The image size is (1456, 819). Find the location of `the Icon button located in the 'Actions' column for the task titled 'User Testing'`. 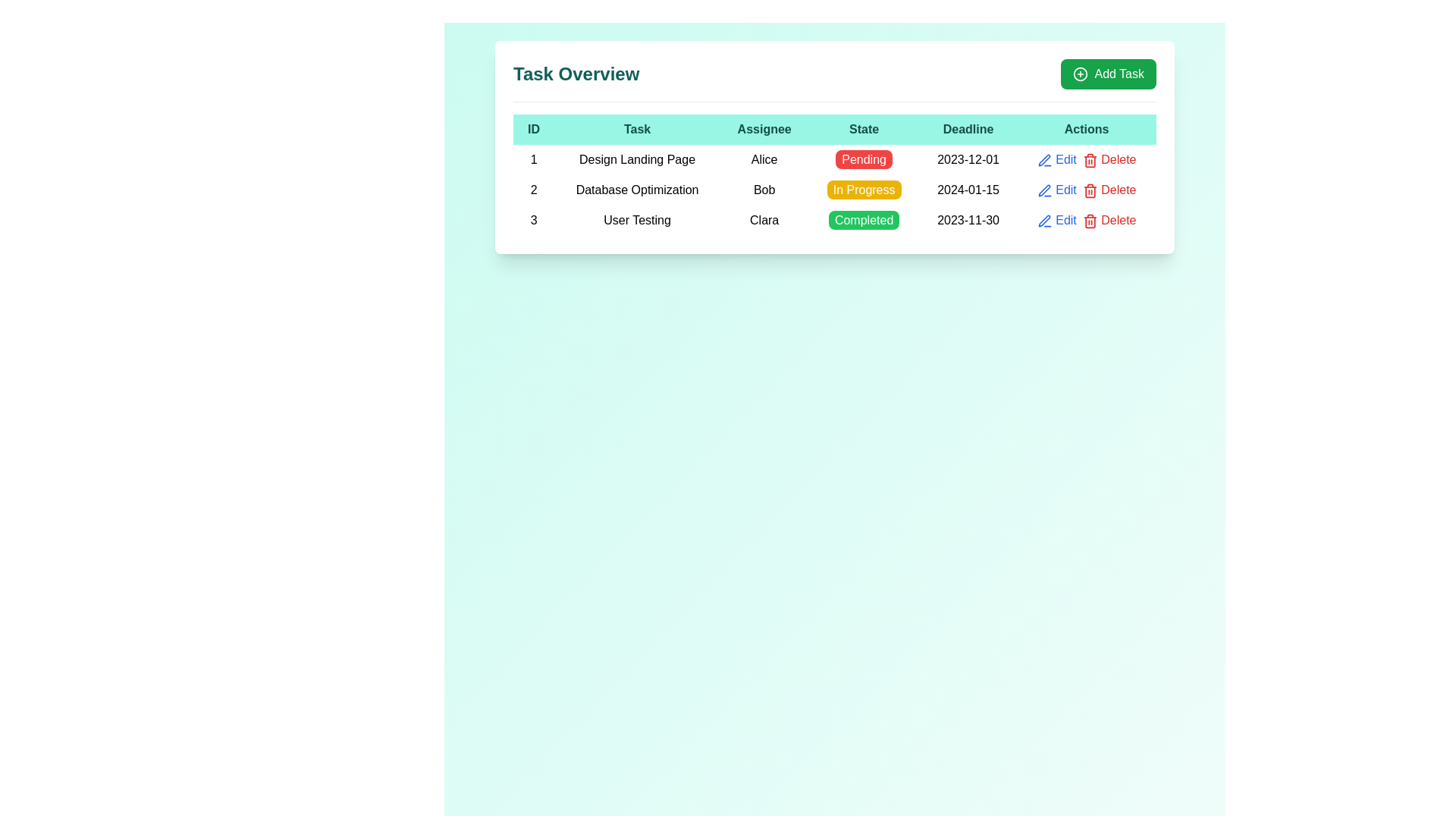

the Icon button located in the 'Actions' column for the task titled 'User Testing' is located at coordinates (1043, 221).